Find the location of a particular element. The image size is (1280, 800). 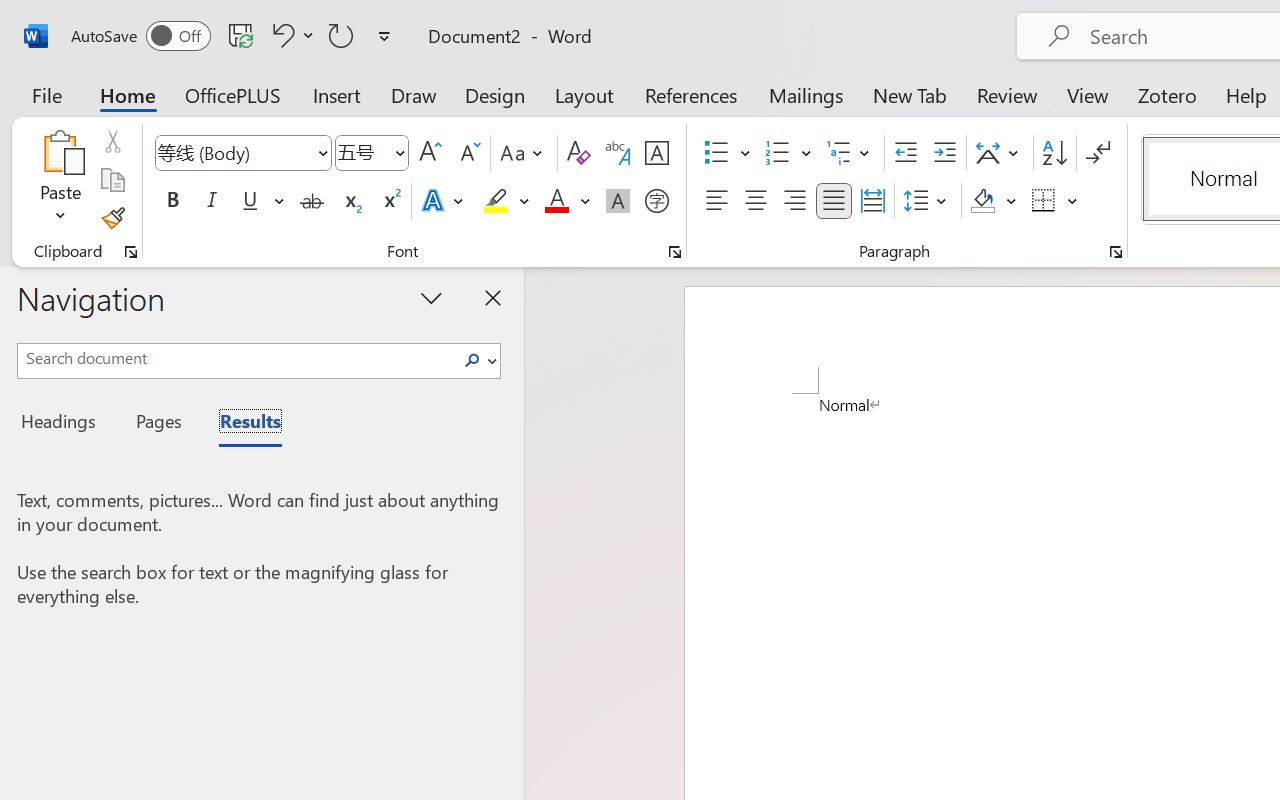

'Borders' is located at coordinates (1054, 201).